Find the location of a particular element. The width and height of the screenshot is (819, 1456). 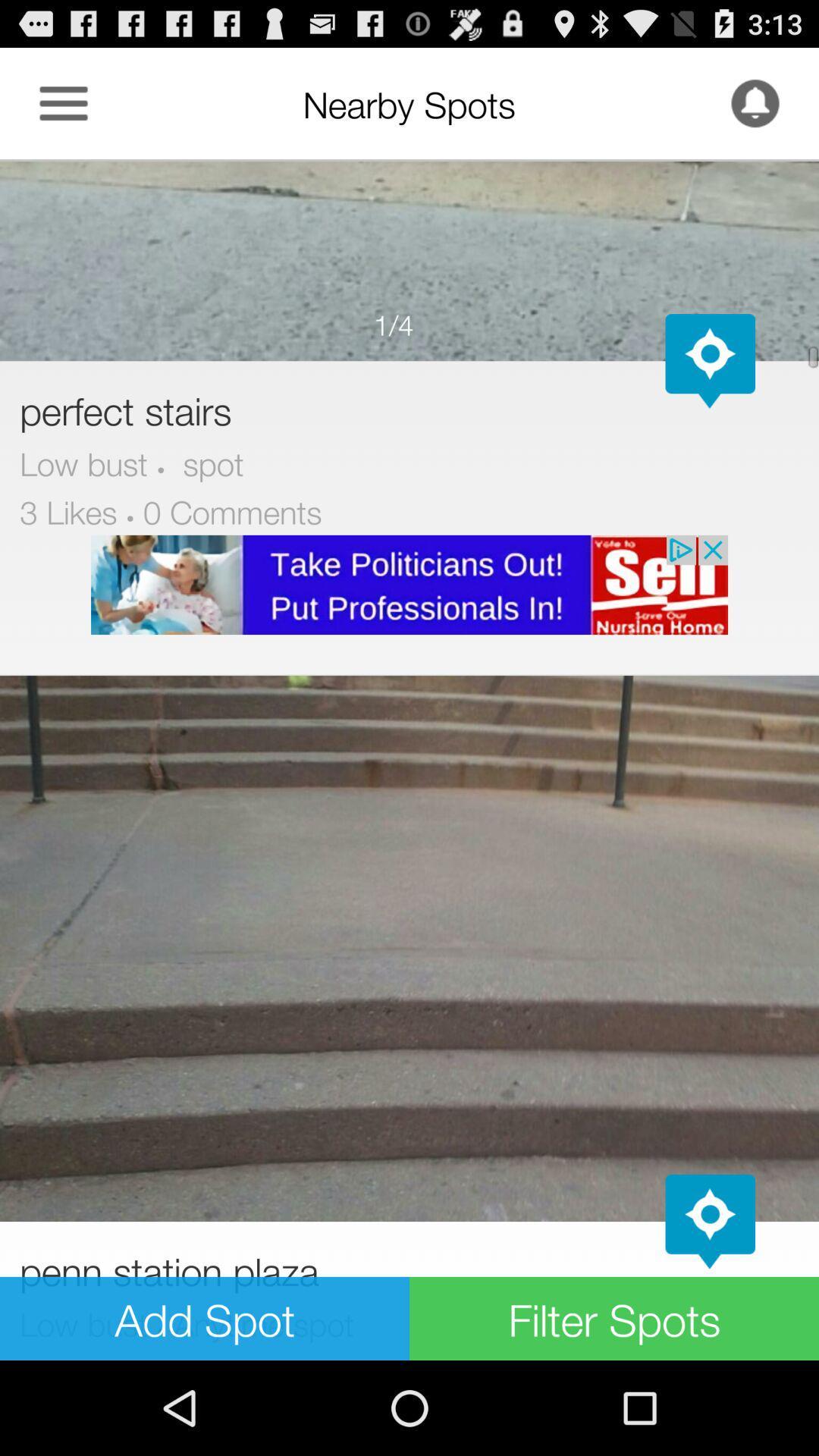

interactive image is located at coordinates (409, 260).